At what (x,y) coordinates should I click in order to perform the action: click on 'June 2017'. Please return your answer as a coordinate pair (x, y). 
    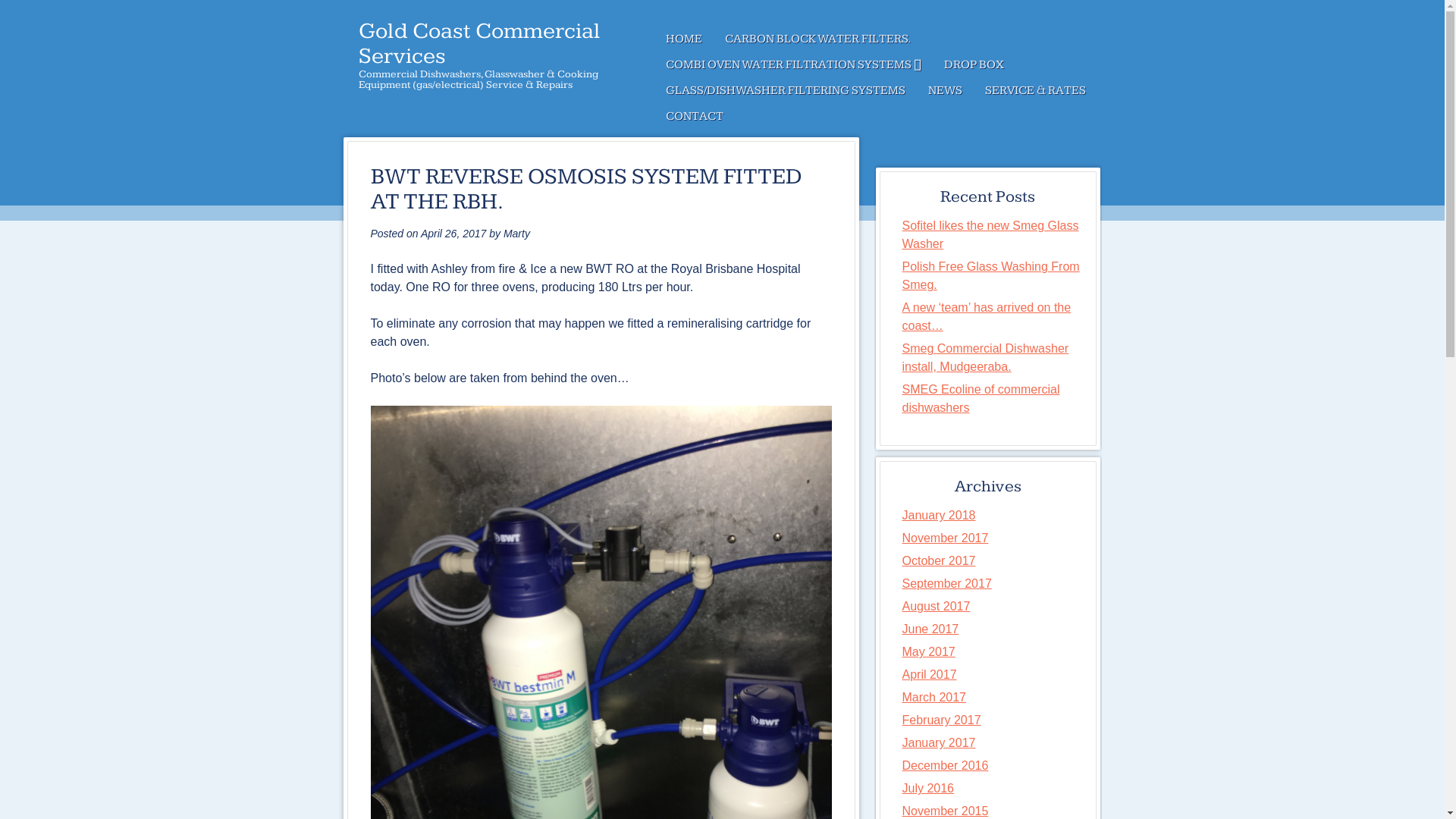
    Looking at the image, I should click on (930, 629).